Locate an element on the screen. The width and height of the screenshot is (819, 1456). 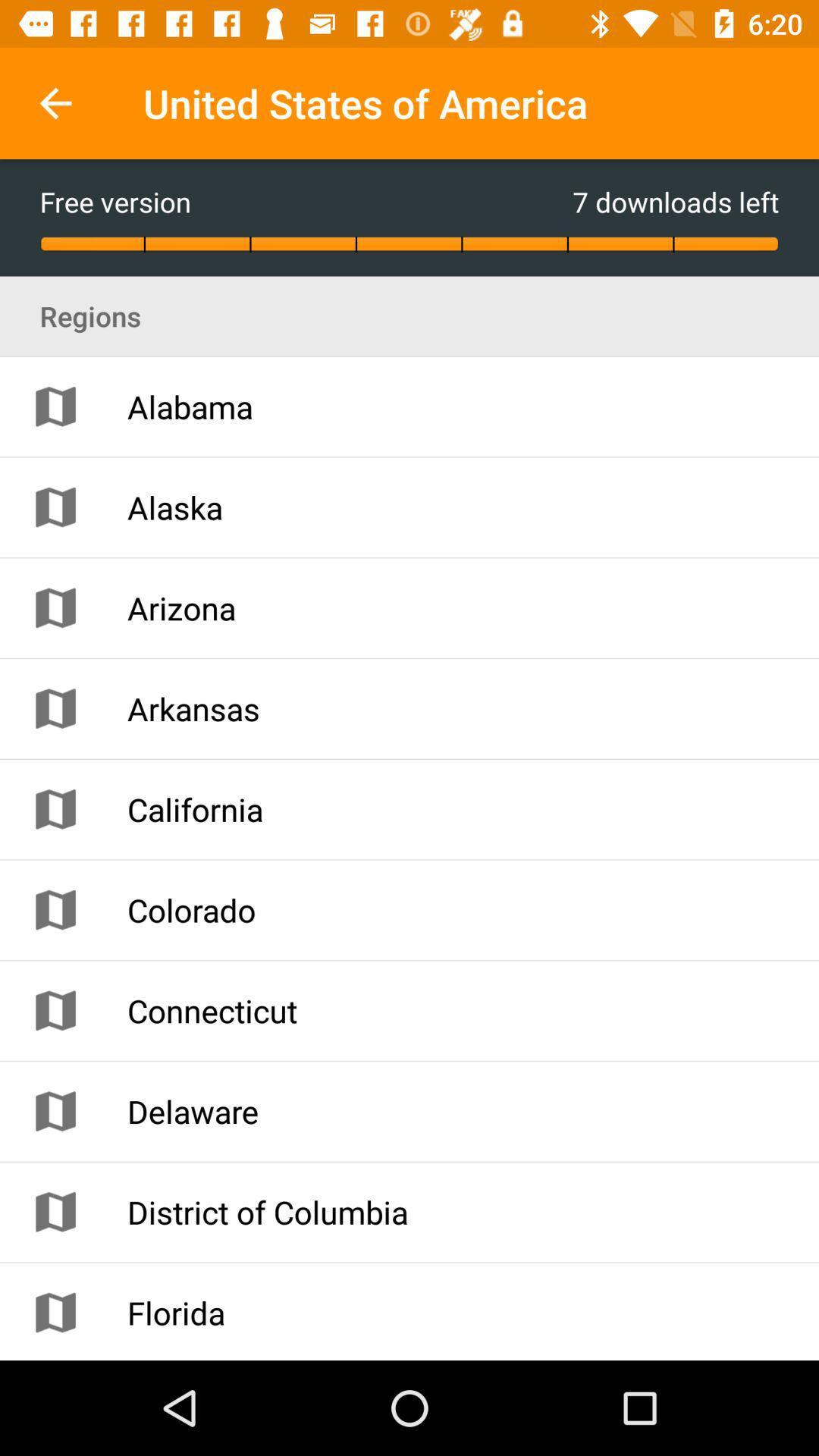
the icon above free version icon is located at coordinates (55, 102).